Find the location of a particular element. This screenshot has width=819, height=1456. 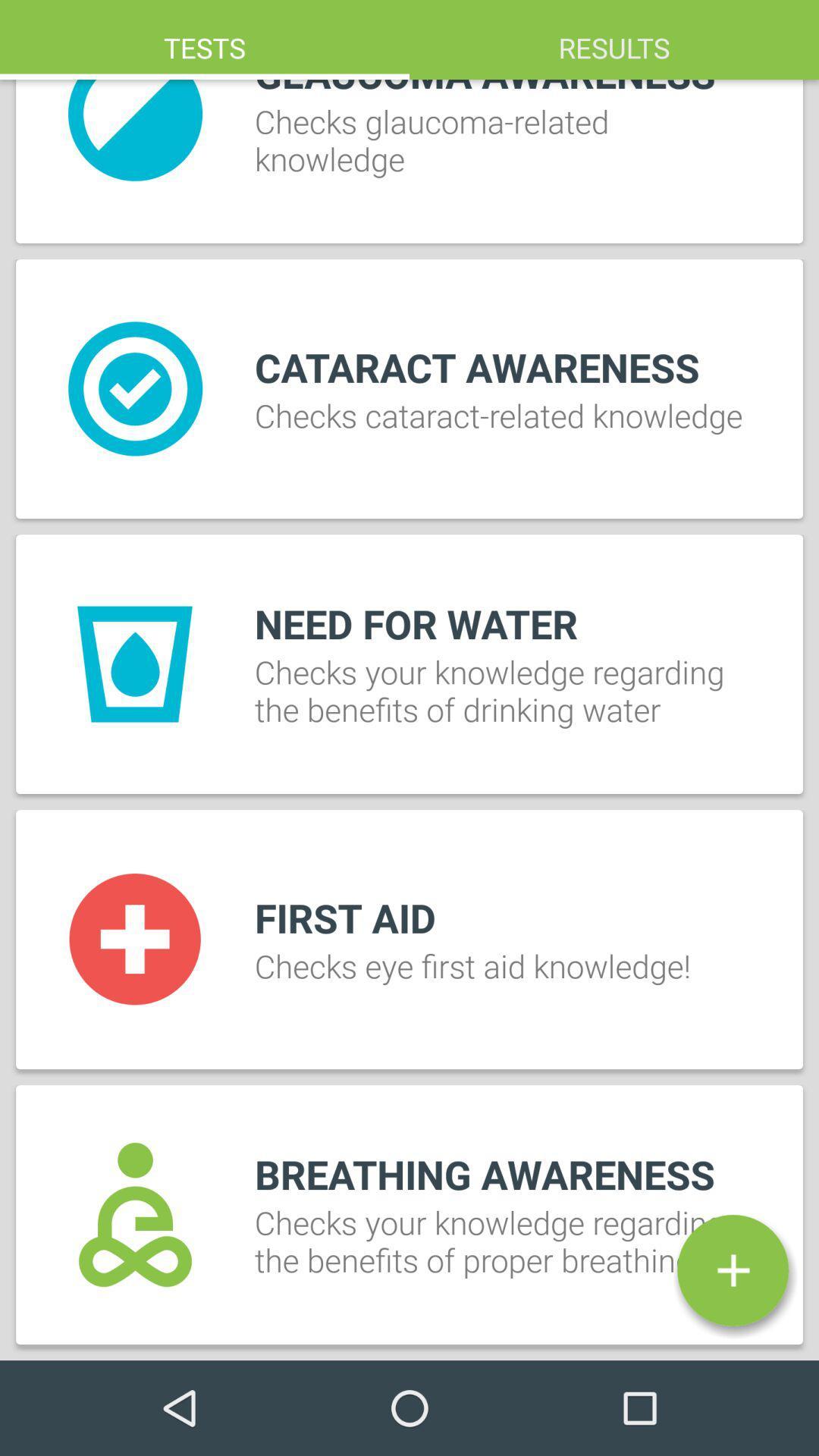

new item is located at coordinates (732, 1270).